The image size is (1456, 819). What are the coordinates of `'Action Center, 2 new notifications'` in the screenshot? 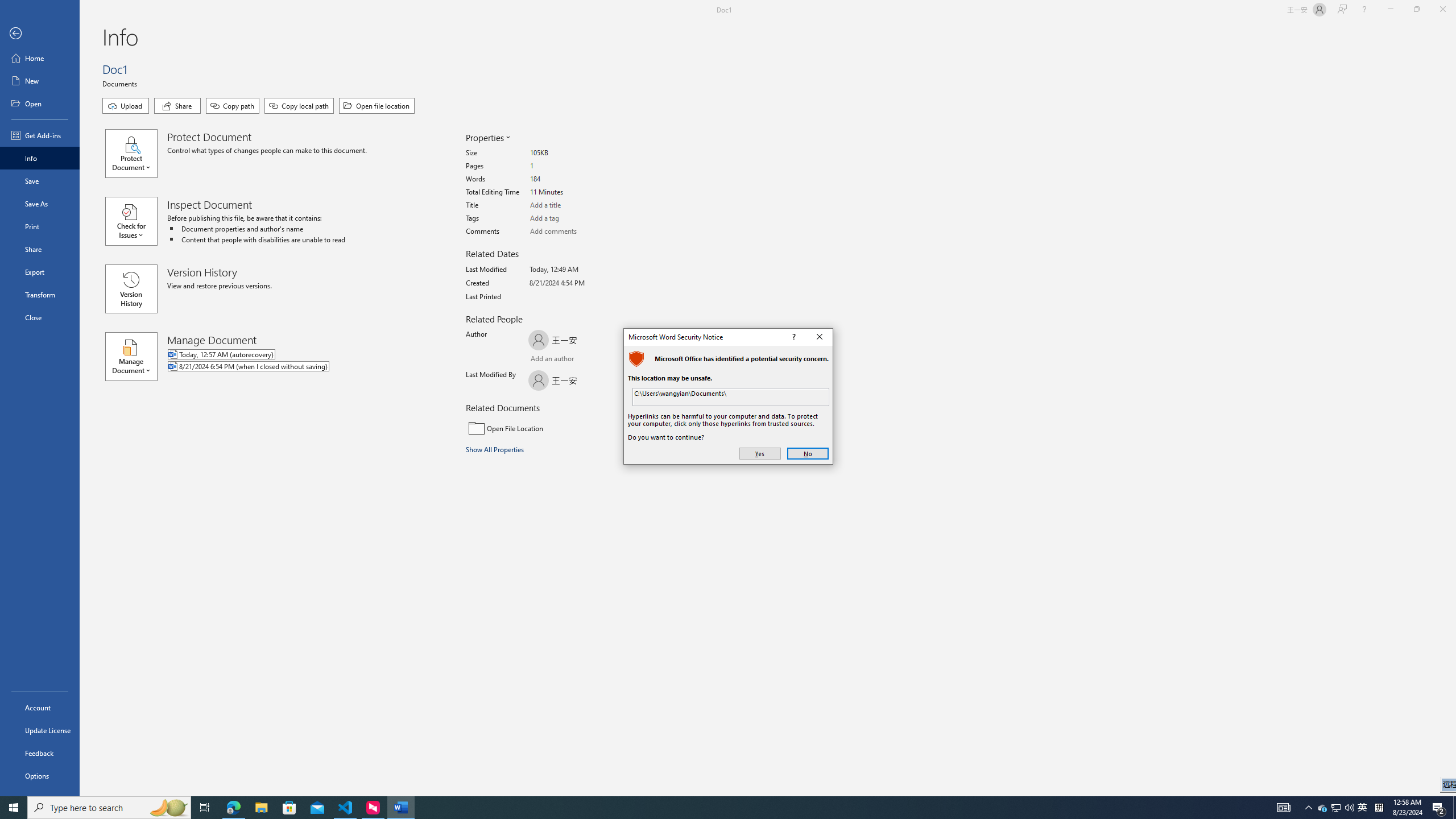 It's located at (1439, 806).